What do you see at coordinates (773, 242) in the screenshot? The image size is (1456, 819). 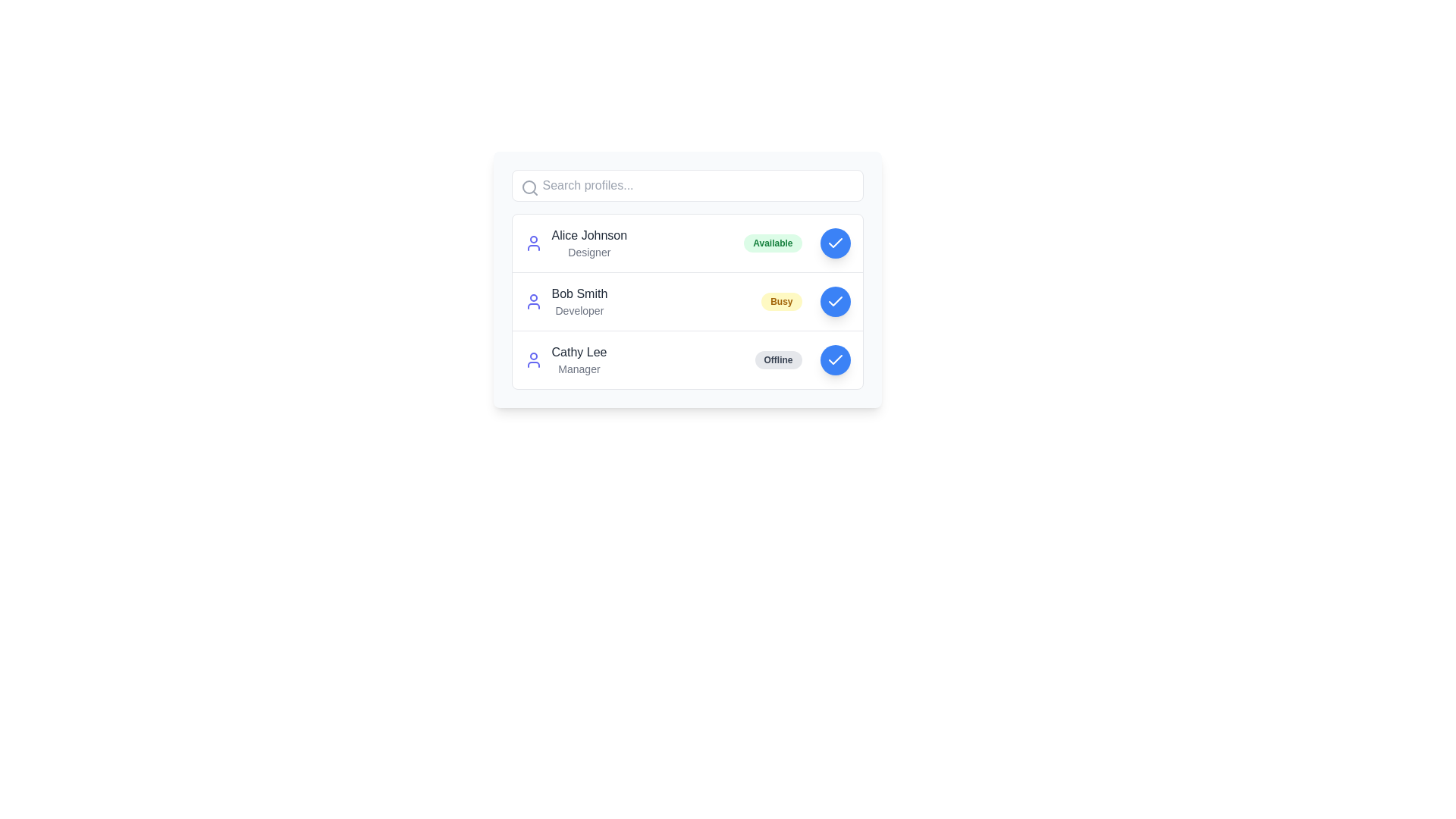 I see `the Status label, which has a green background and displays the text 'Available', located to the right of 'Alice Johnson' and 'Designer'` at bounding box center [773, 242].